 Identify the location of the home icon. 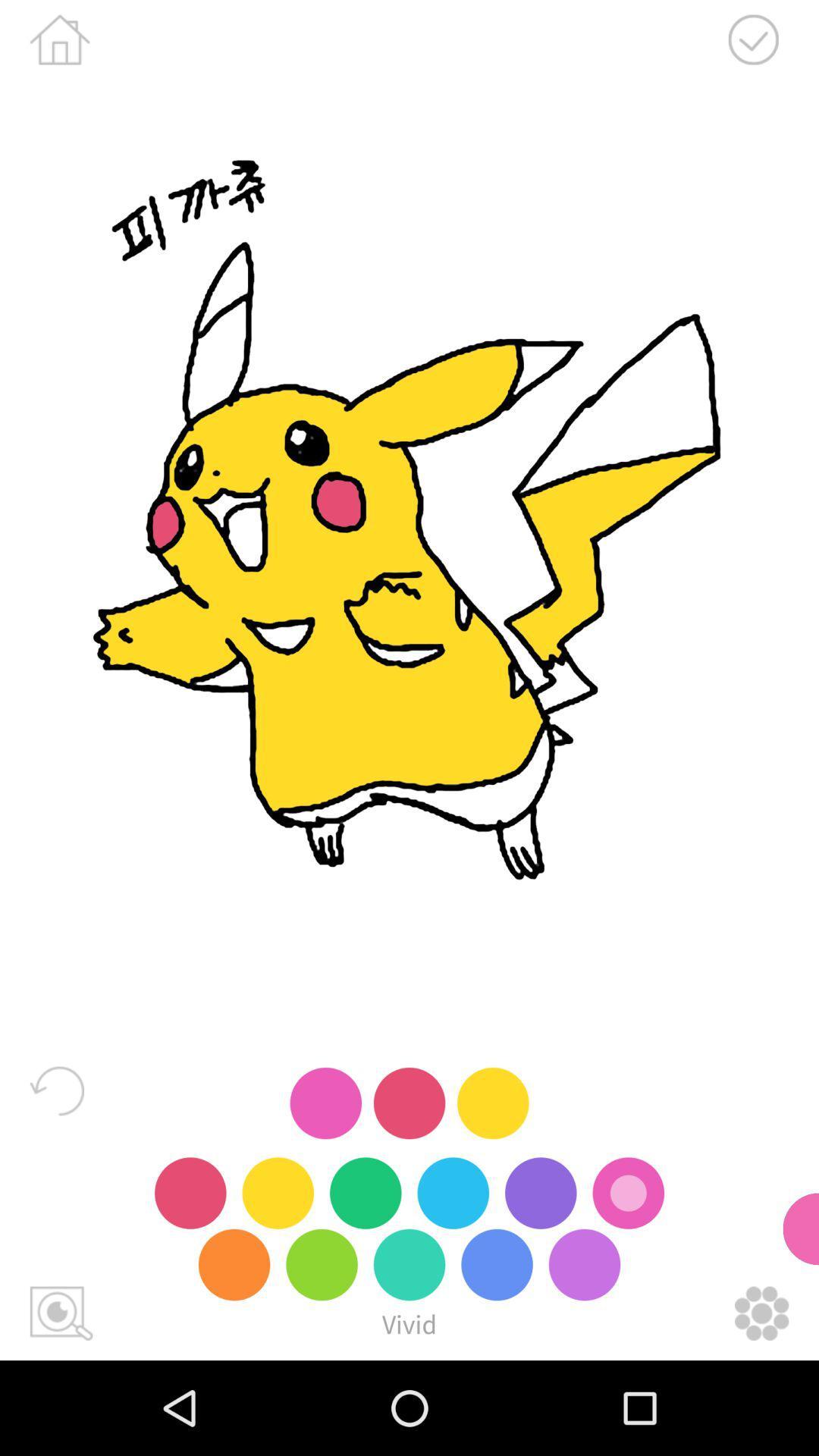
(59, 39).